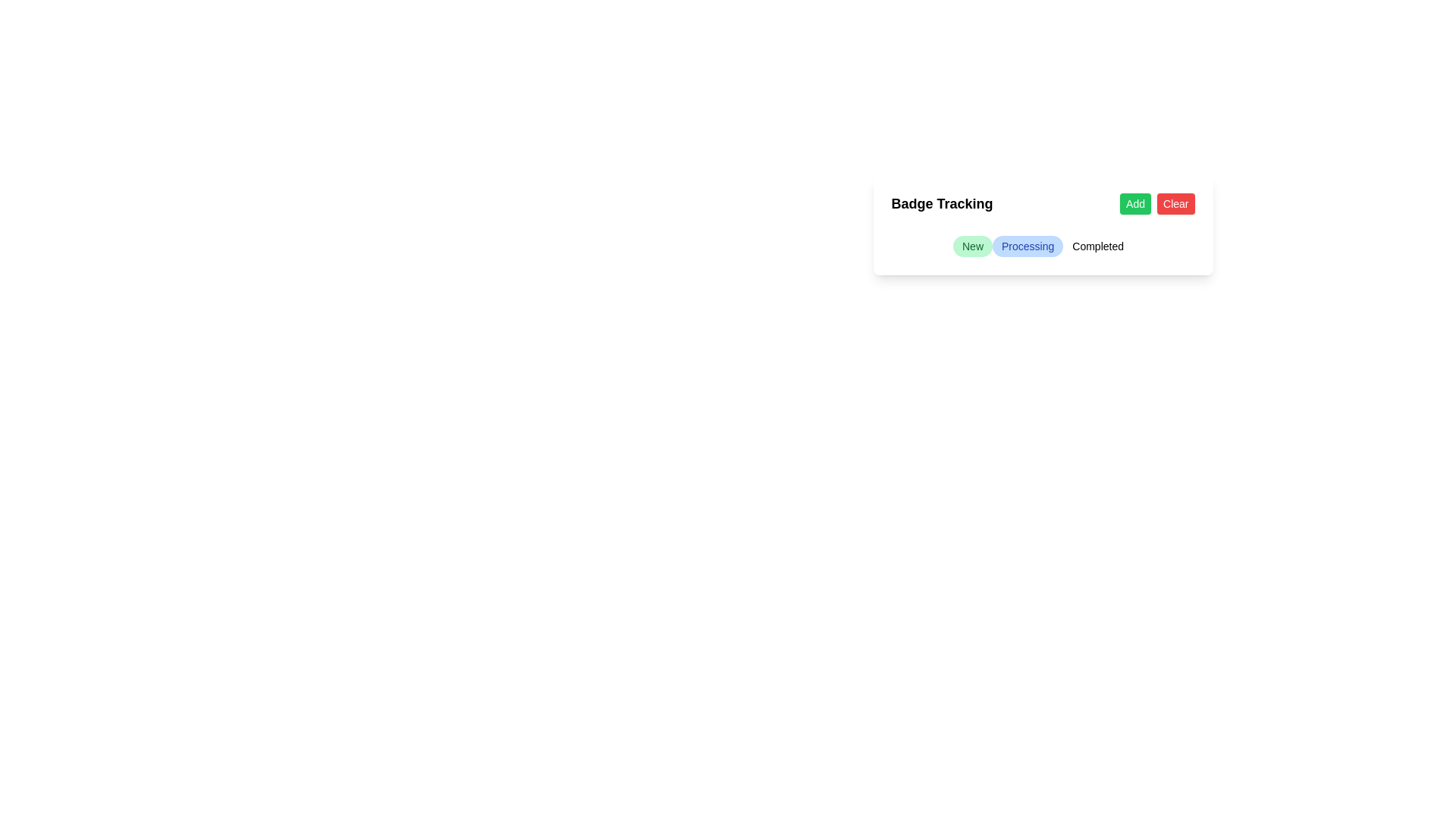 The width and height of the screenshot is (1456, 819). Describe the element at coordinates (1175, 203) in the screenshot. I see `the 'Clear' button with rounded corners, red background, and white text to potentially reveal a tooltip` at that location.